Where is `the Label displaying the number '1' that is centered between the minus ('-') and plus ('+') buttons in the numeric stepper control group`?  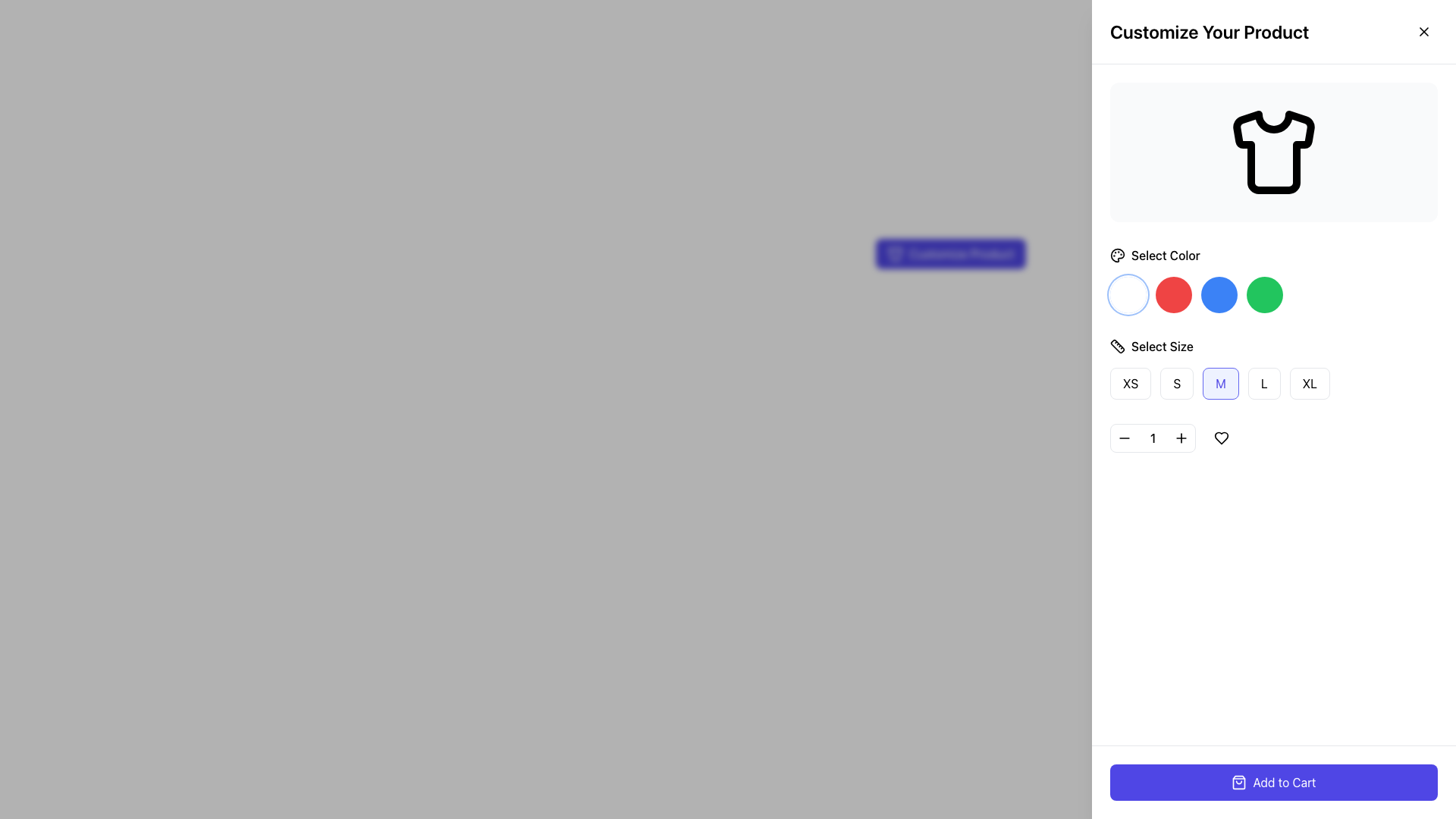 the Label displaying the number '1' that is centered between the minus ('-') and plus ('+') buttons in the numeric stepper control group is located at coordinates (1153, 438).